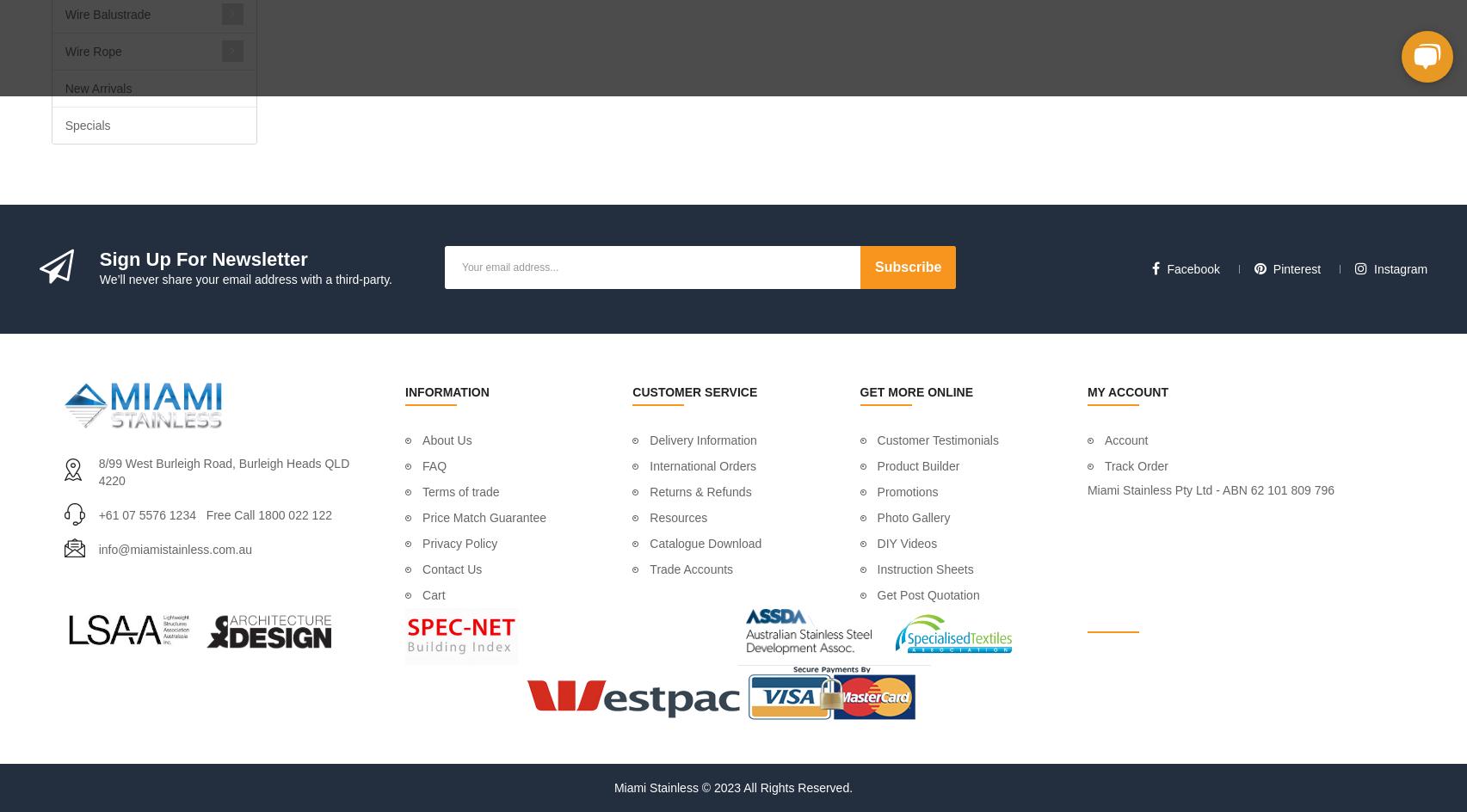 The width and height of the screenshot is (1467, 812). Describe the element at coordinates (65, 51) in the screenshot. I see `'Wire Rope'` at that location.